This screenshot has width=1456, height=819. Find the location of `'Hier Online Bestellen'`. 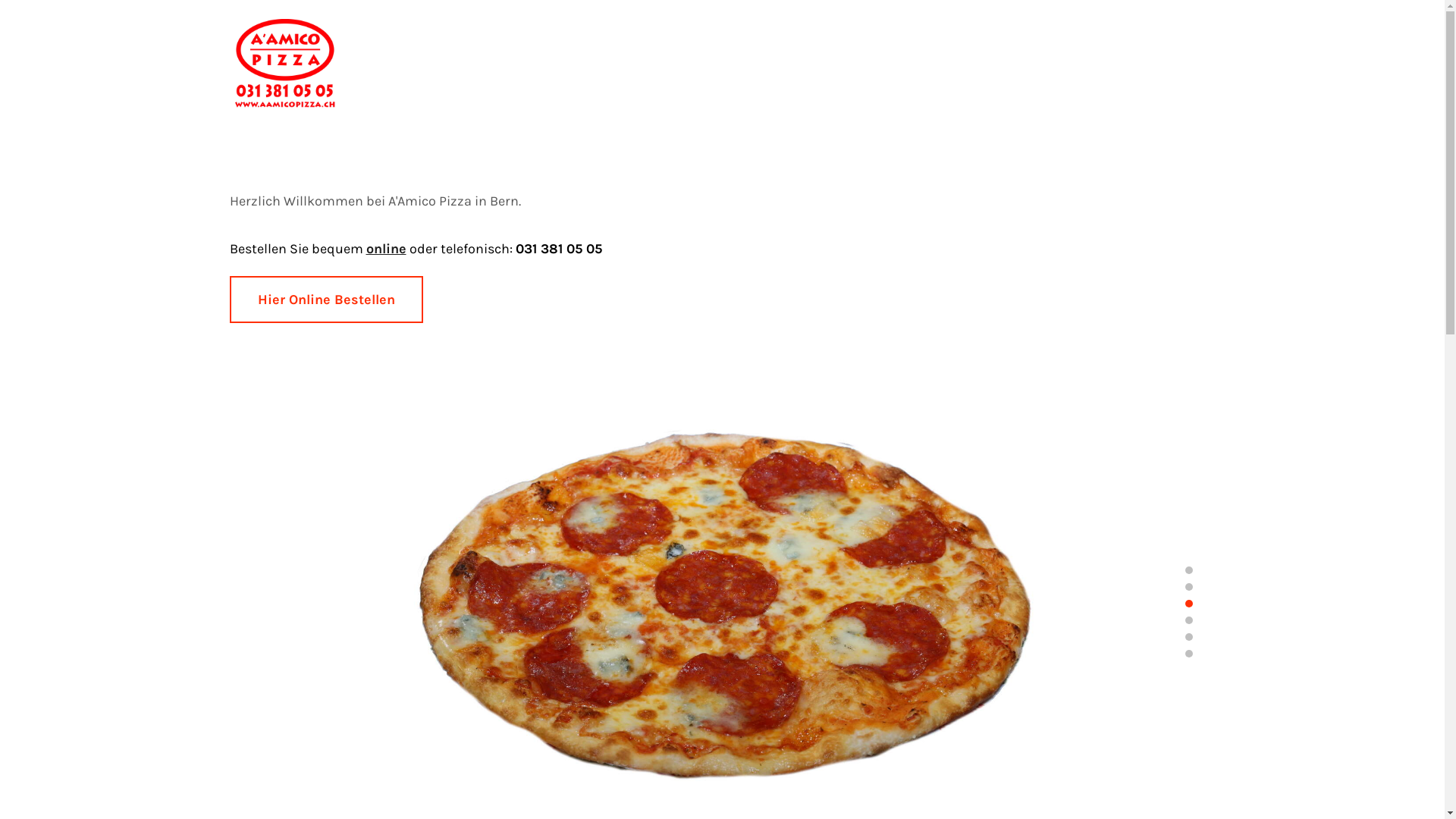

'Hier Online Bestellen' is located at coordinates (325, 299).